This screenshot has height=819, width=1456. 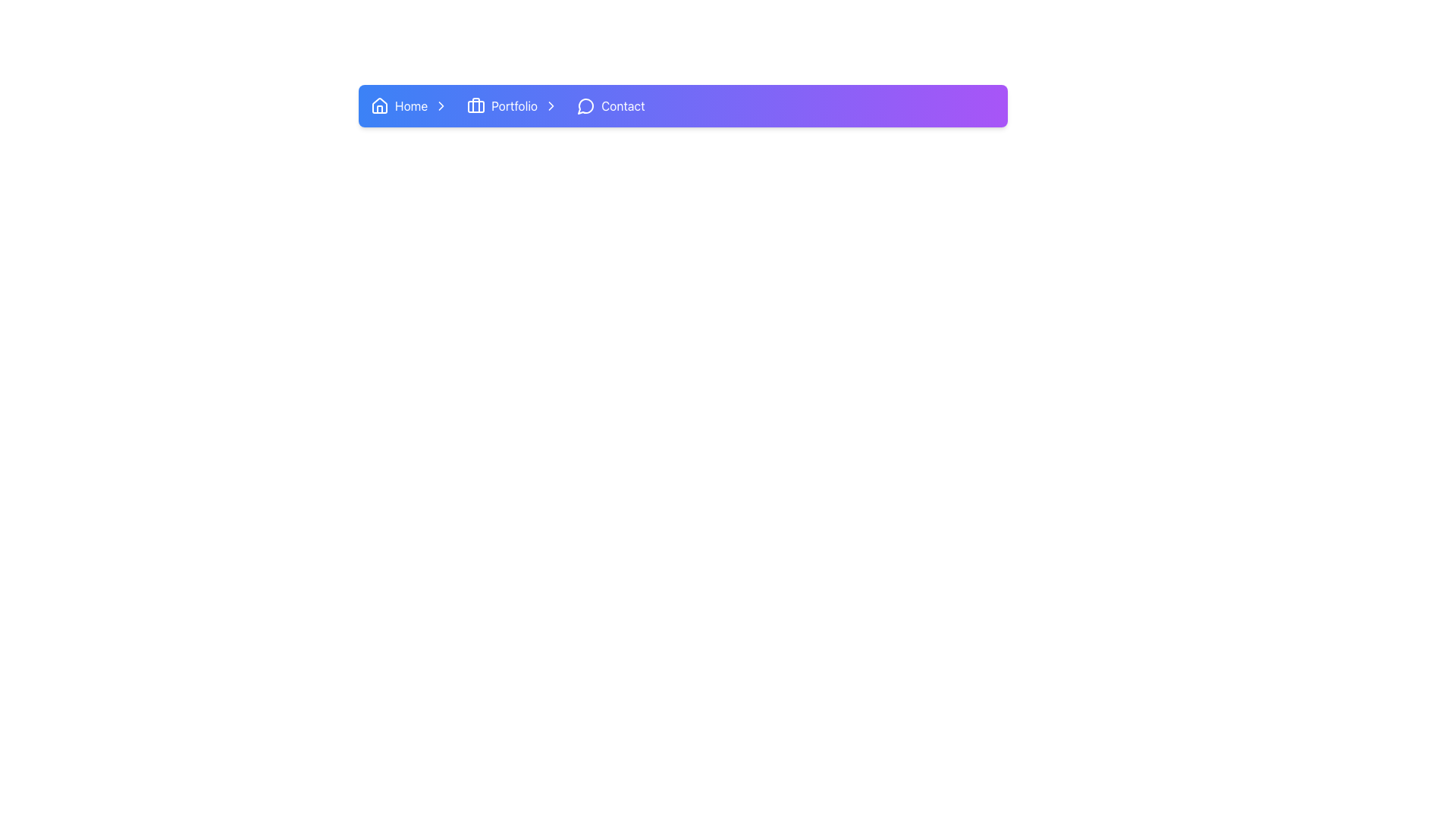 What do you see at coordinates (441, 105) in the screenshot?
I see `the navigation icon that separates breadcrumb items, positioned between 'Home' and the next section of the navigation bar` at bounding box center [441, 105].